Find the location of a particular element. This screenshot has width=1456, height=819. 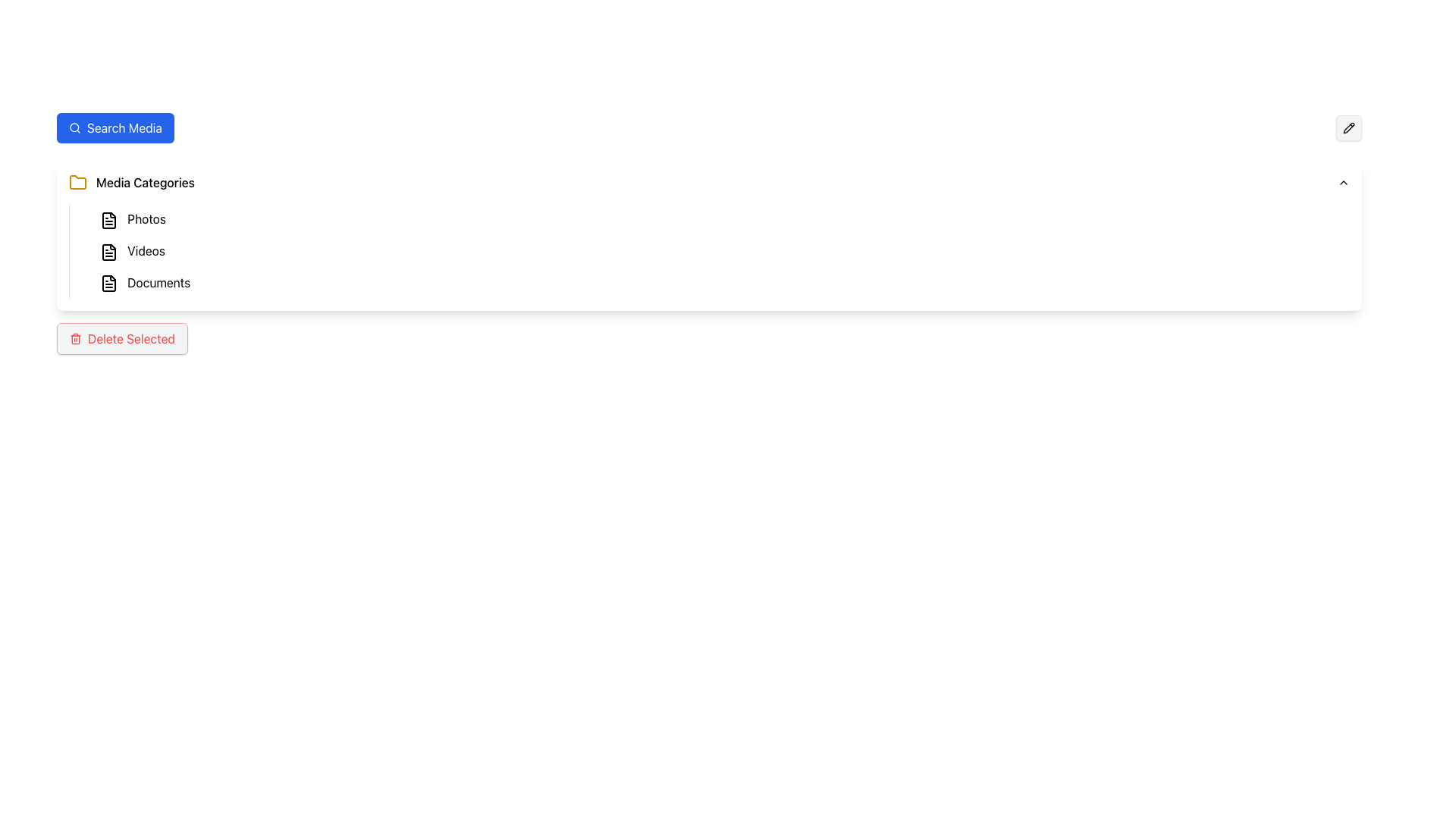

the blue 'Search Media' button with a magnifying glass icon is located at coordinates (115, 127).